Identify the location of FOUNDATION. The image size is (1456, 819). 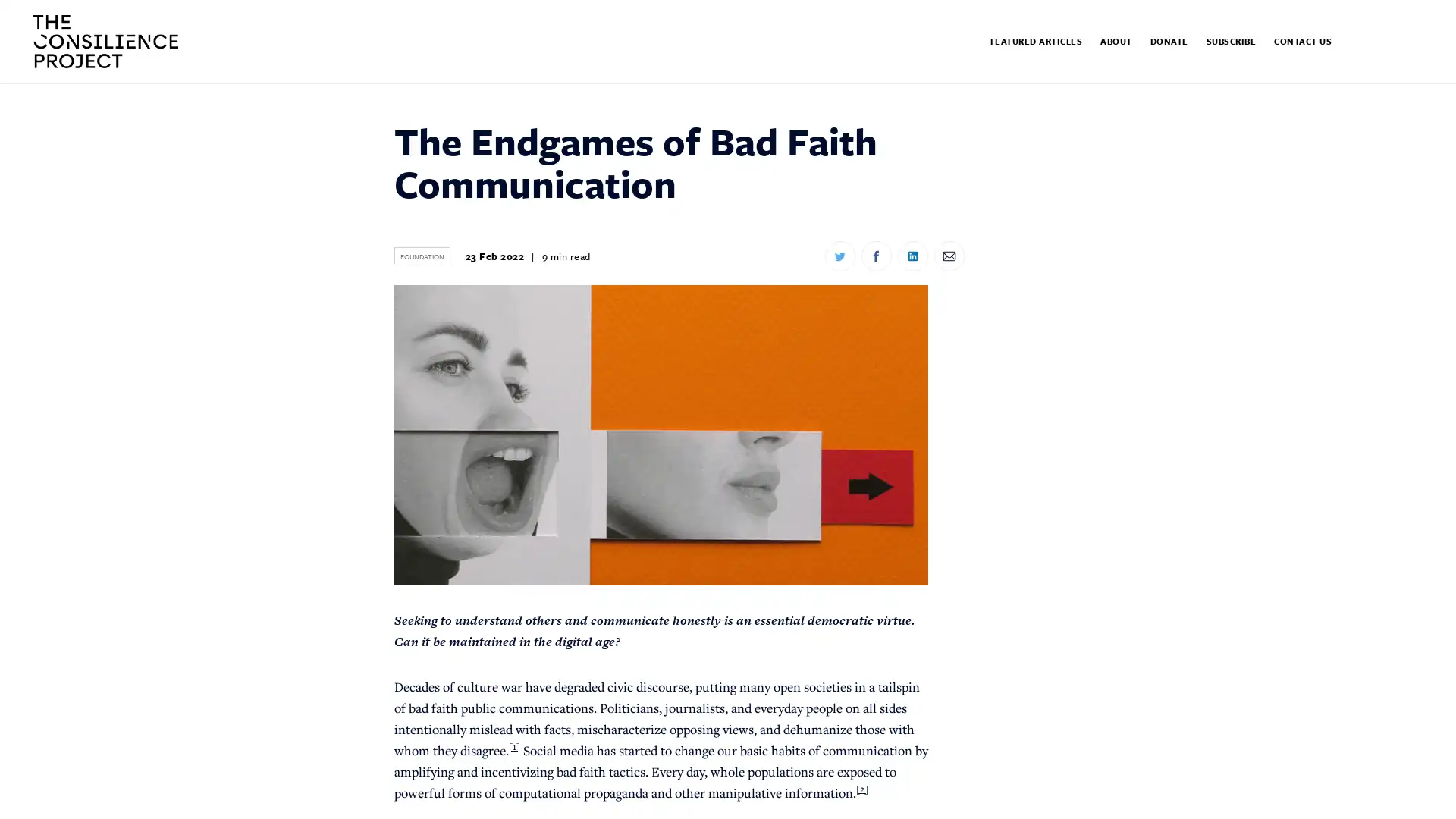
(422, 256).